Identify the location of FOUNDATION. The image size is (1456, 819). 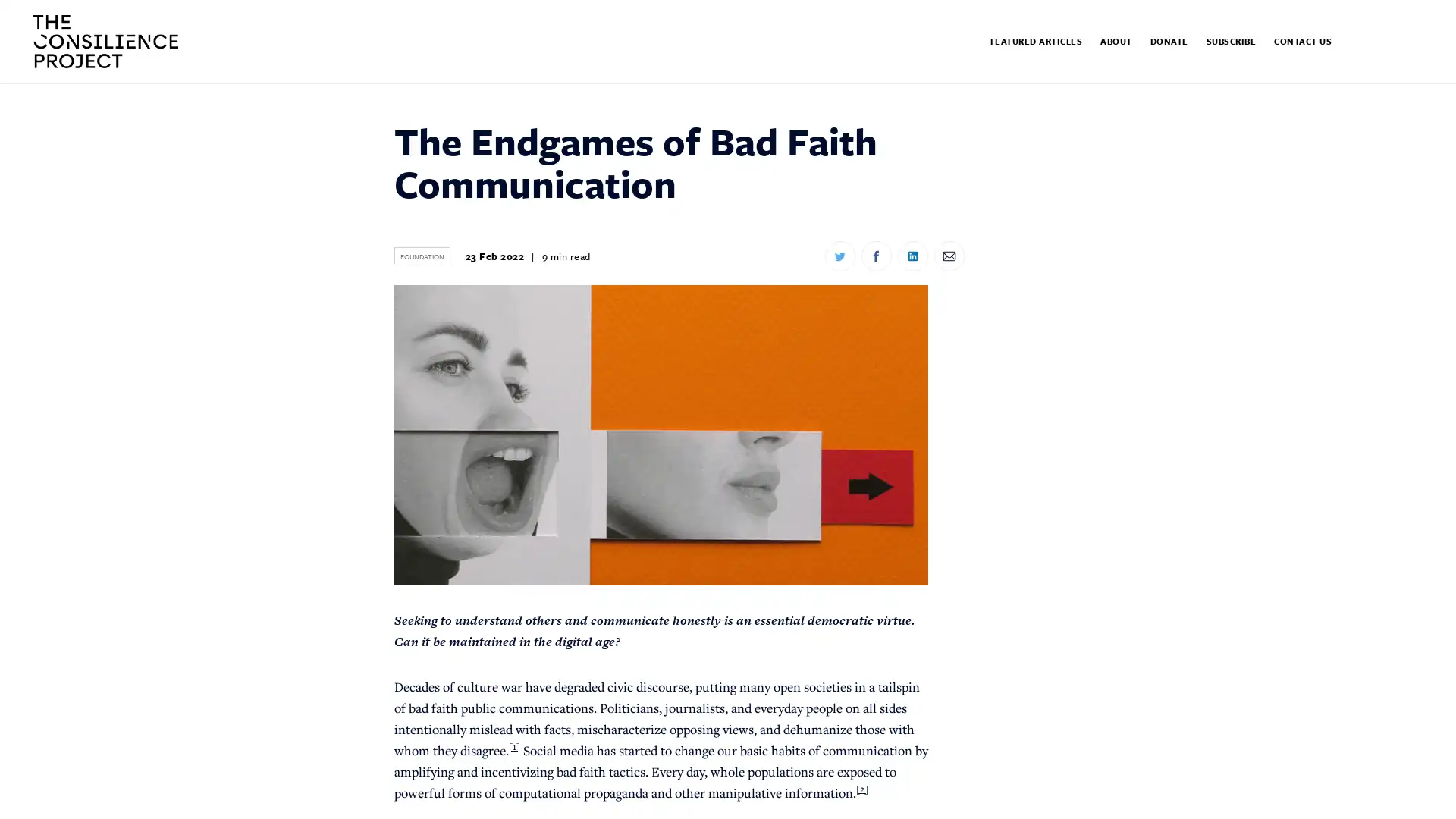
(422, 256).